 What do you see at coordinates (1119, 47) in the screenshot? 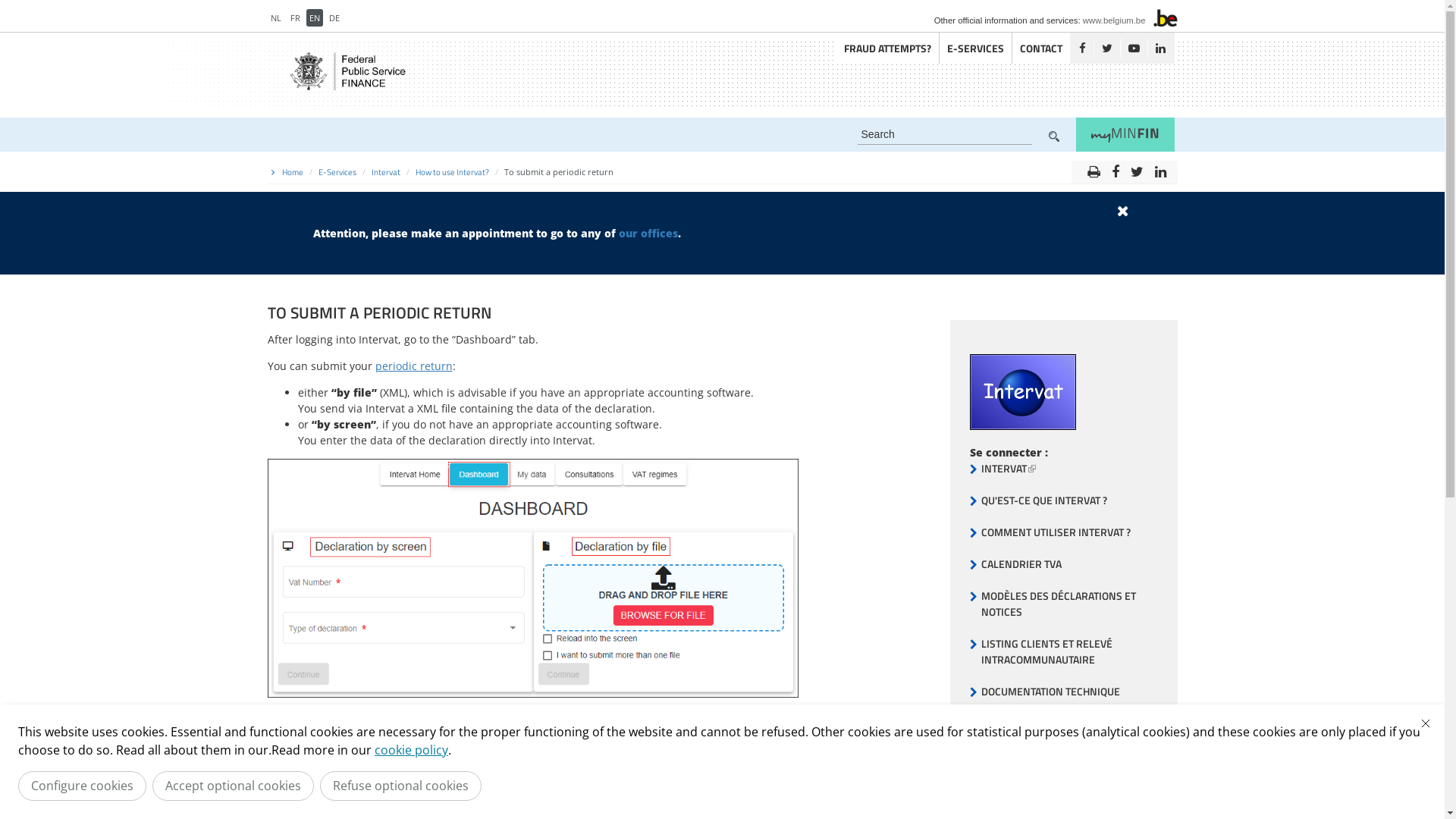
I see `'Youtube'` at bounding box center [1119, 47].